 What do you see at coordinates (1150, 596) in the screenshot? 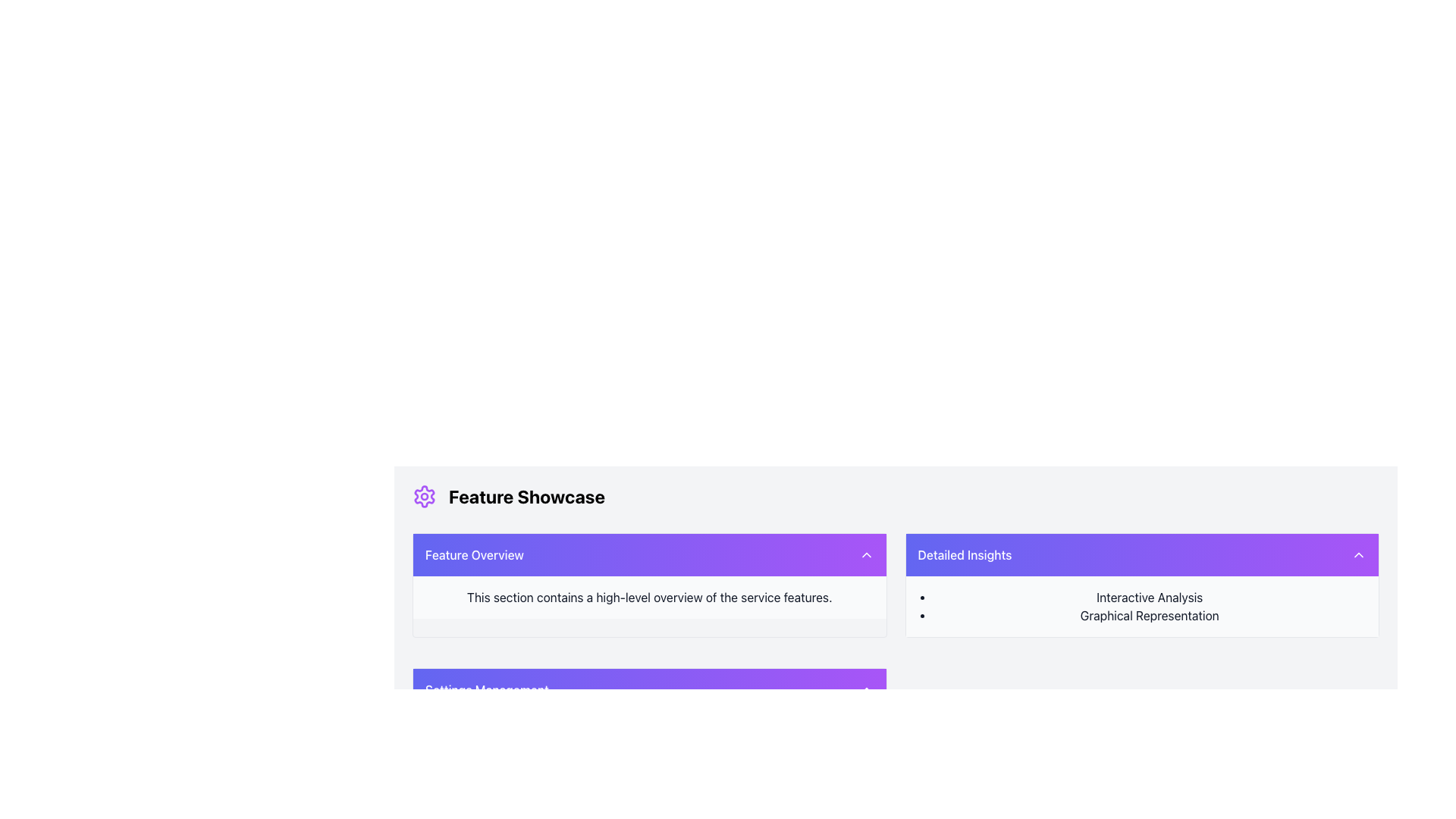
I see `the Text Label in the 'Detailed Insights' section` at bounding box center [1150, 596].